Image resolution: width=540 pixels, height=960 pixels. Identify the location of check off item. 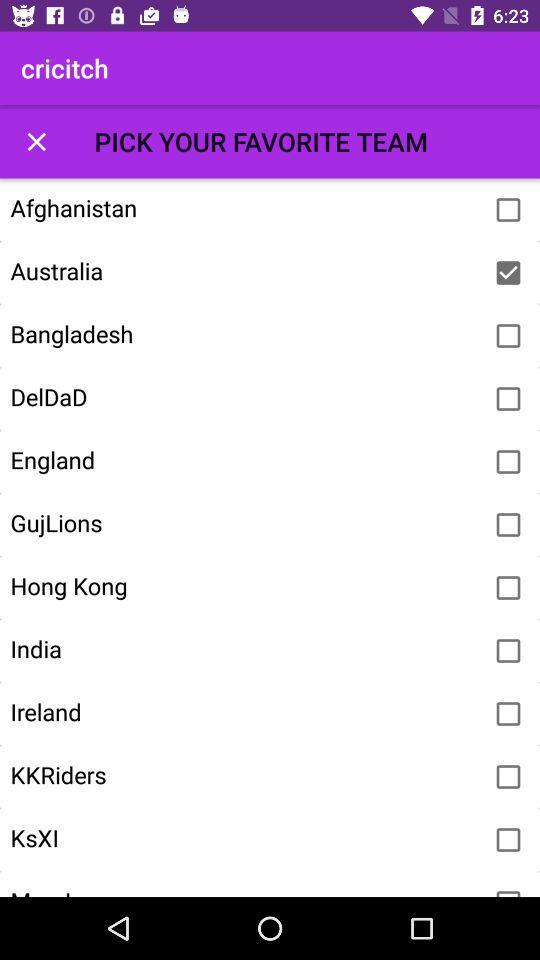
(508, 272).